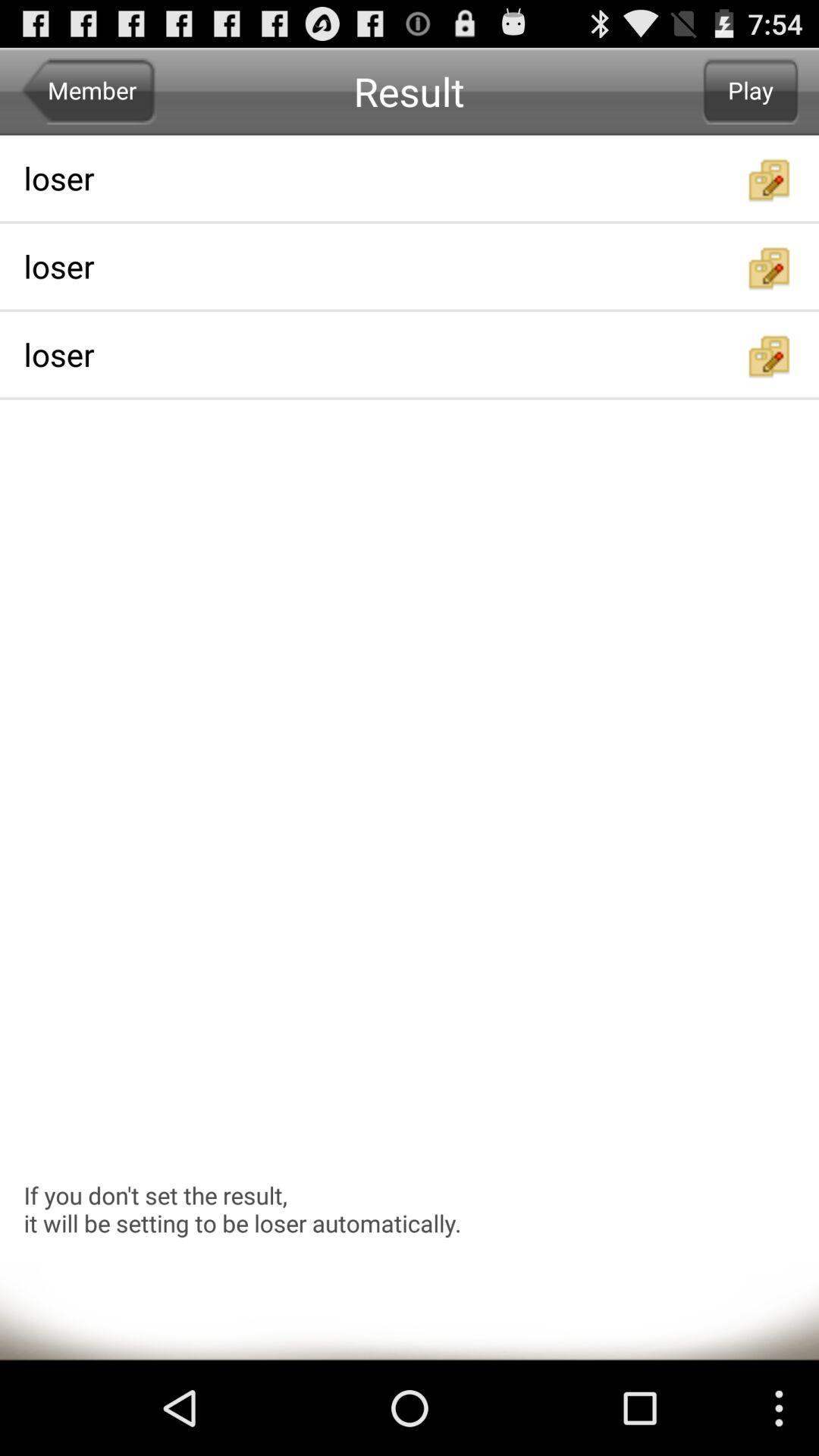 This screenshot has width=819, height=1456. What do you see at coordinates (770, 179) in the screenshot?
I see `delete result` at bounding box center [770, 179].